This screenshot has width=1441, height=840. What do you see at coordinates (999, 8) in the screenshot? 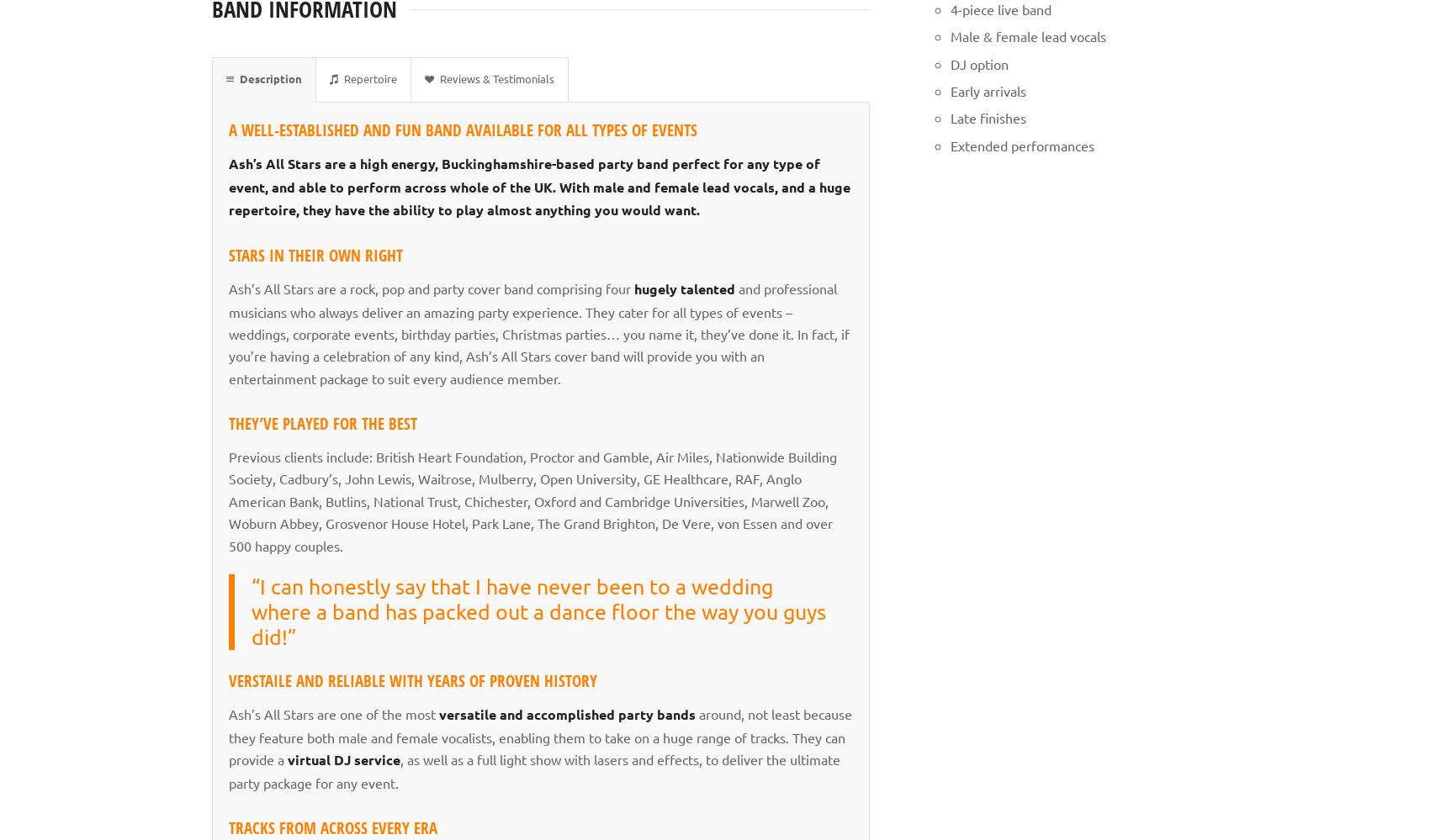
I see `'4-piece live band'` at bounding box center [999, 8].